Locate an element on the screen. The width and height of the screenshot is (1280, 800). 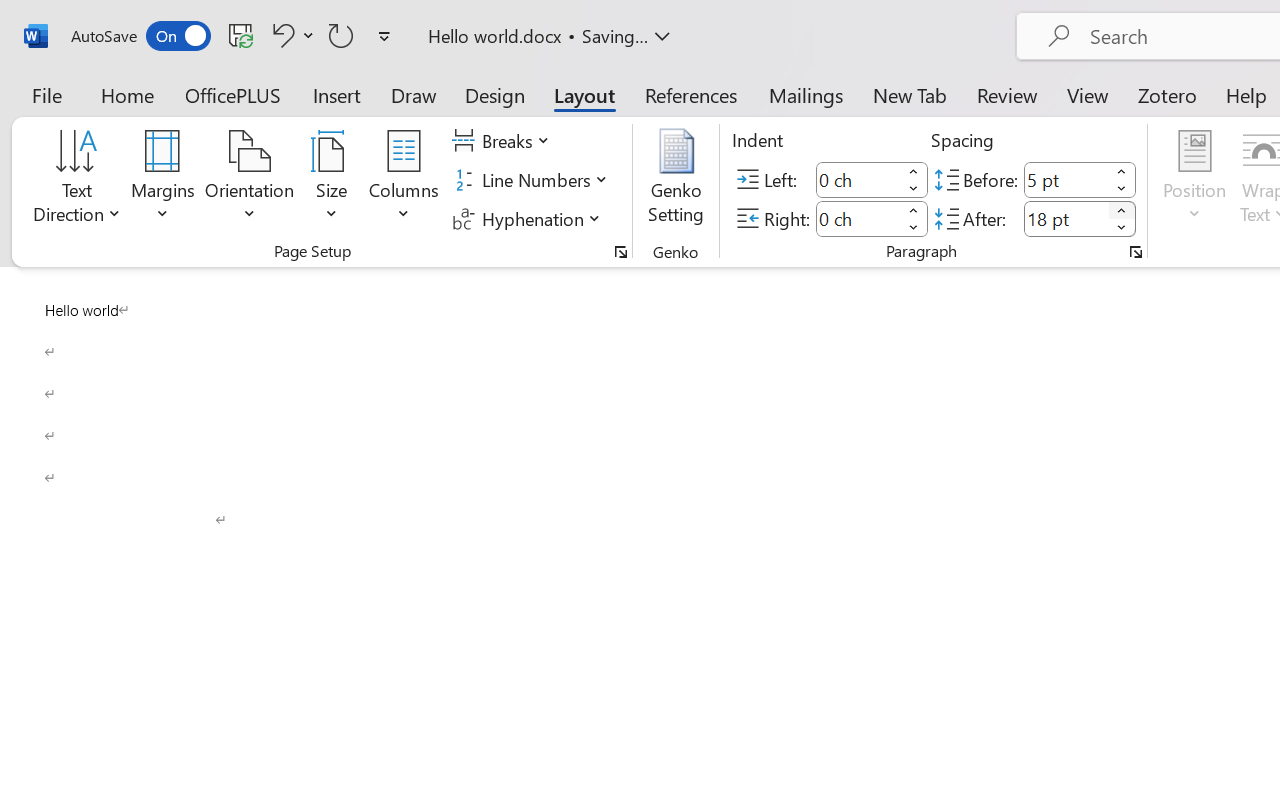
'Zotero' is located at coordinates (1167, 94).